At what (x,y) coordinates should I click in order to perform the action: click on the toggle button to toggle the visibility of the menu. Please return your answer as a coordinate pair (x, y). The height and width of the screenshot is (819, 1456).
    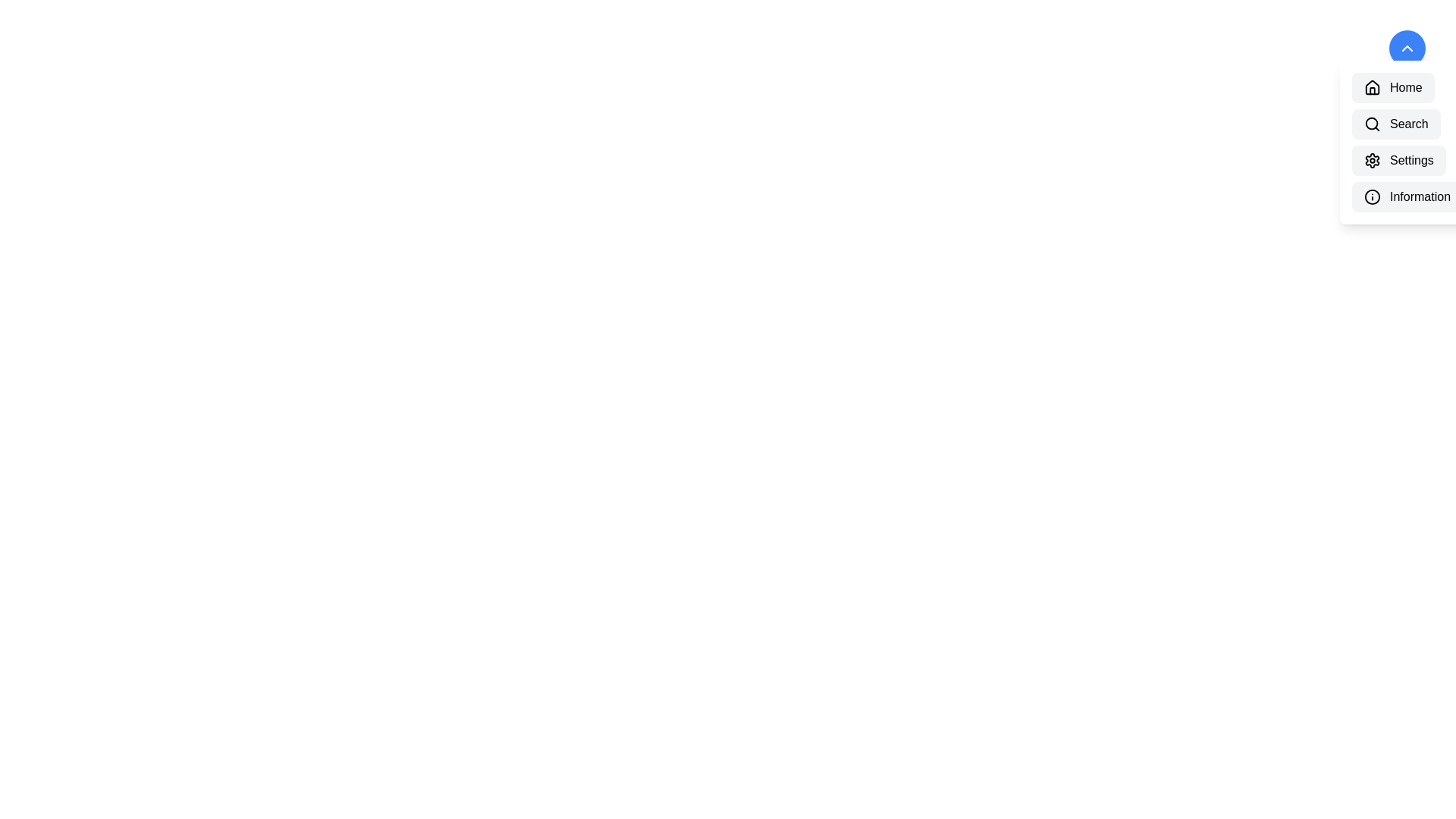
    Looking at the image, I should click on (1407, 48).